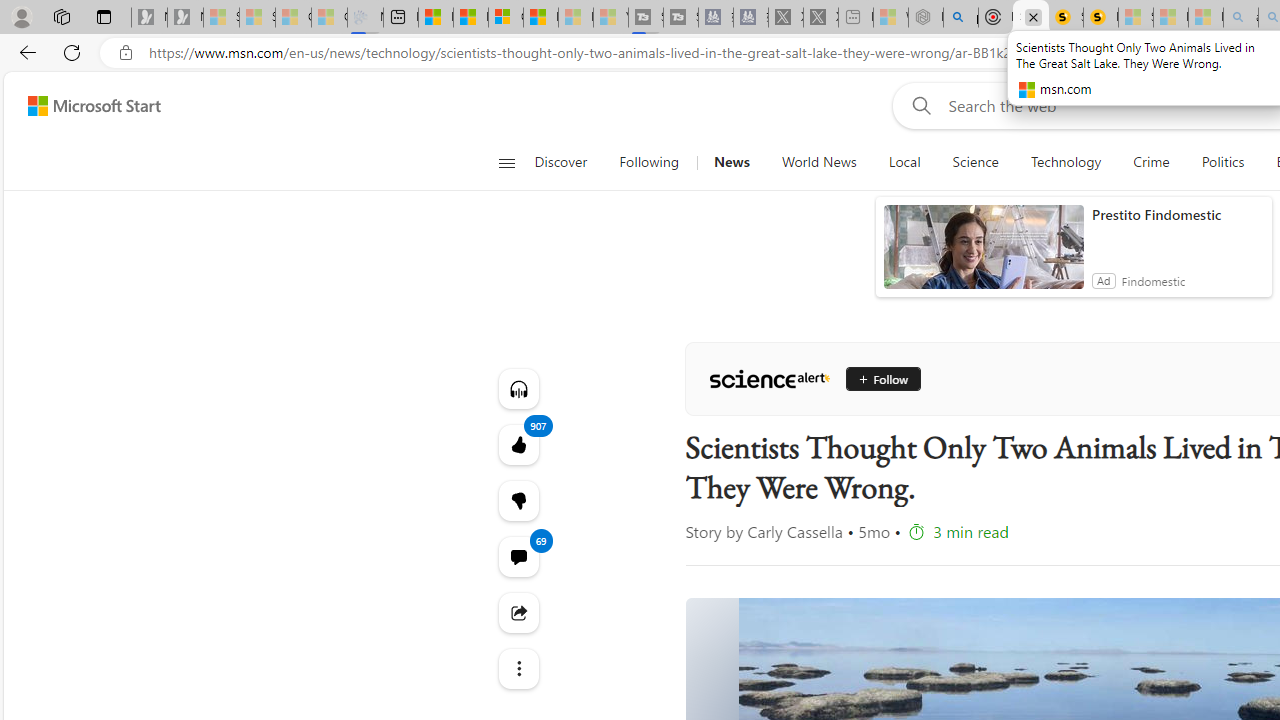  I want to click on 'anim-content', so click(983, 254).